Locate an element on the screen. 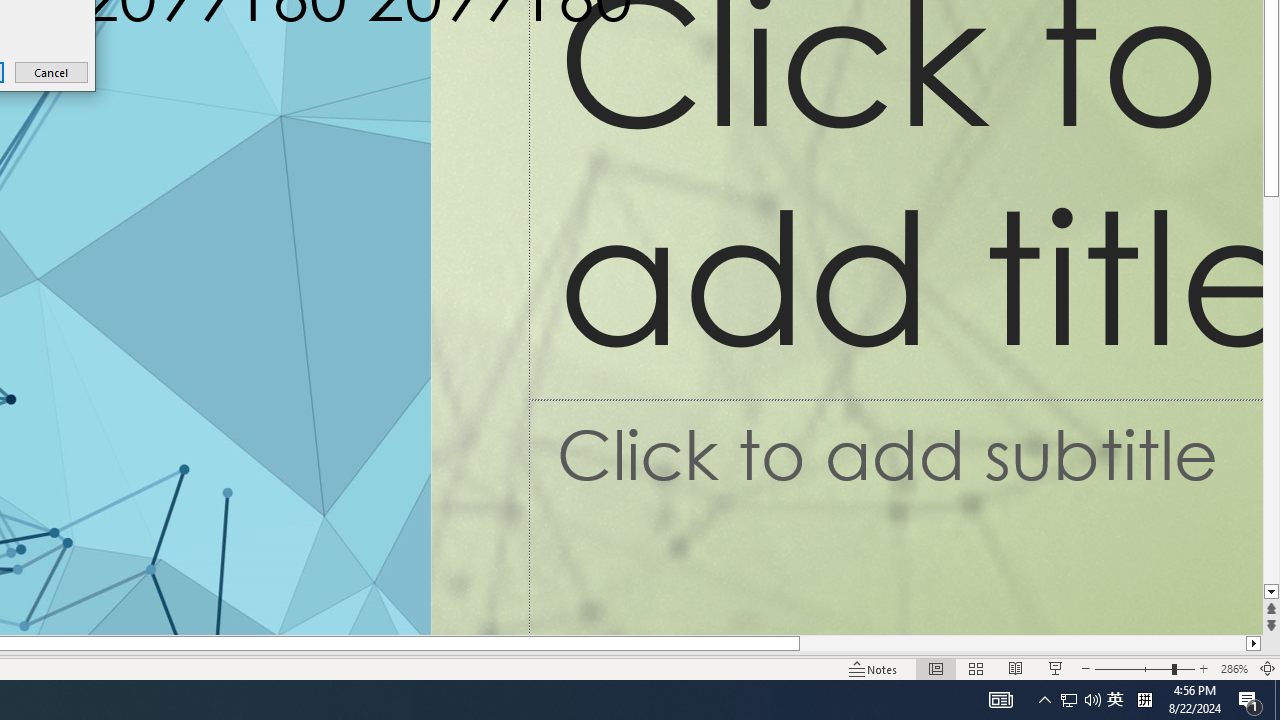 The height and width of the screenshot is (720, 1280). 'Action Center, 1 new notification' is located at coordinates (1250, 698).